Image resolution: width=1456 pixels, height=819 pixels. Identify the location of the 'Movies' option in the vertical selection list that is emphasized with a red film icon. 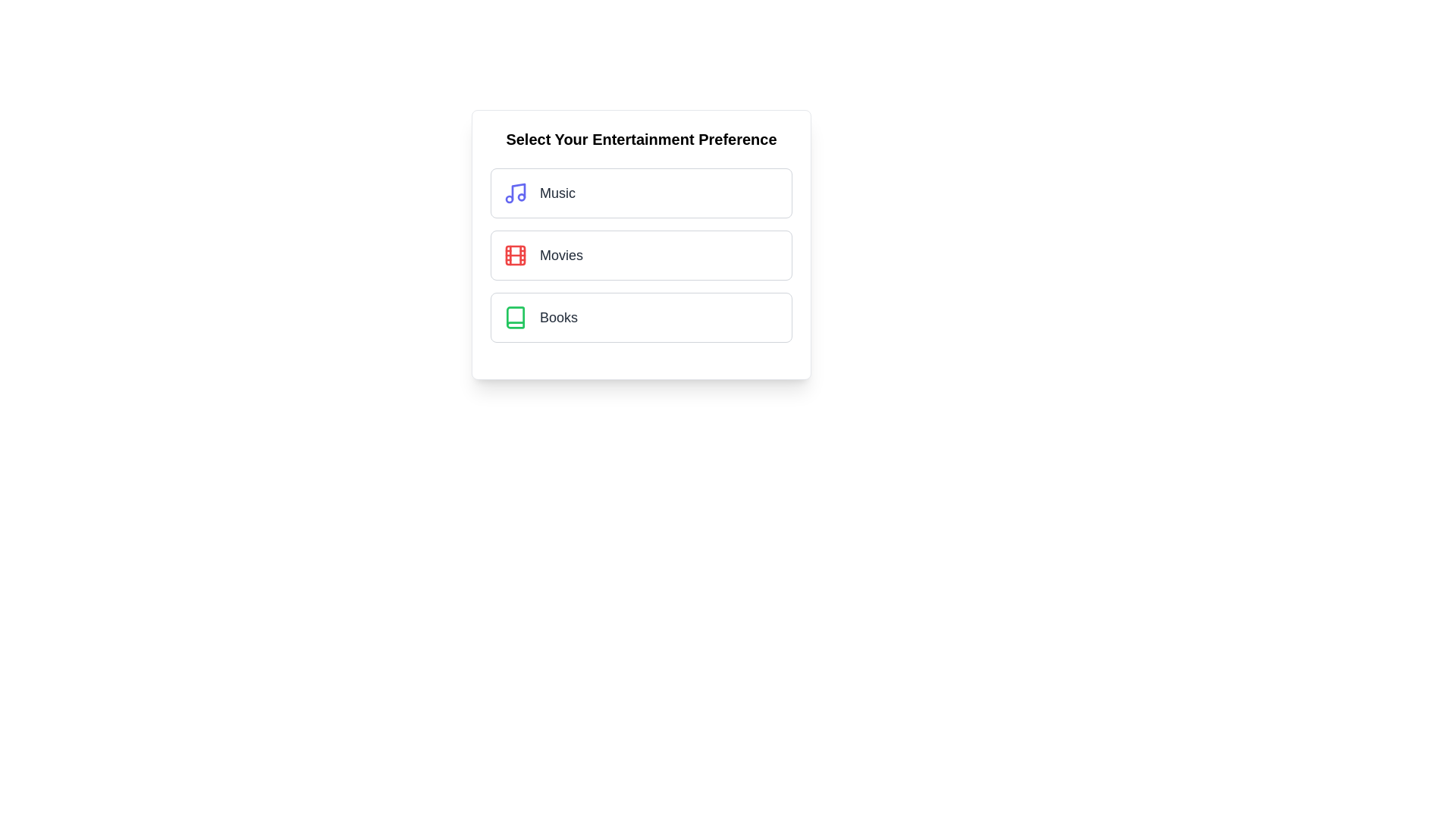
(641, 244).